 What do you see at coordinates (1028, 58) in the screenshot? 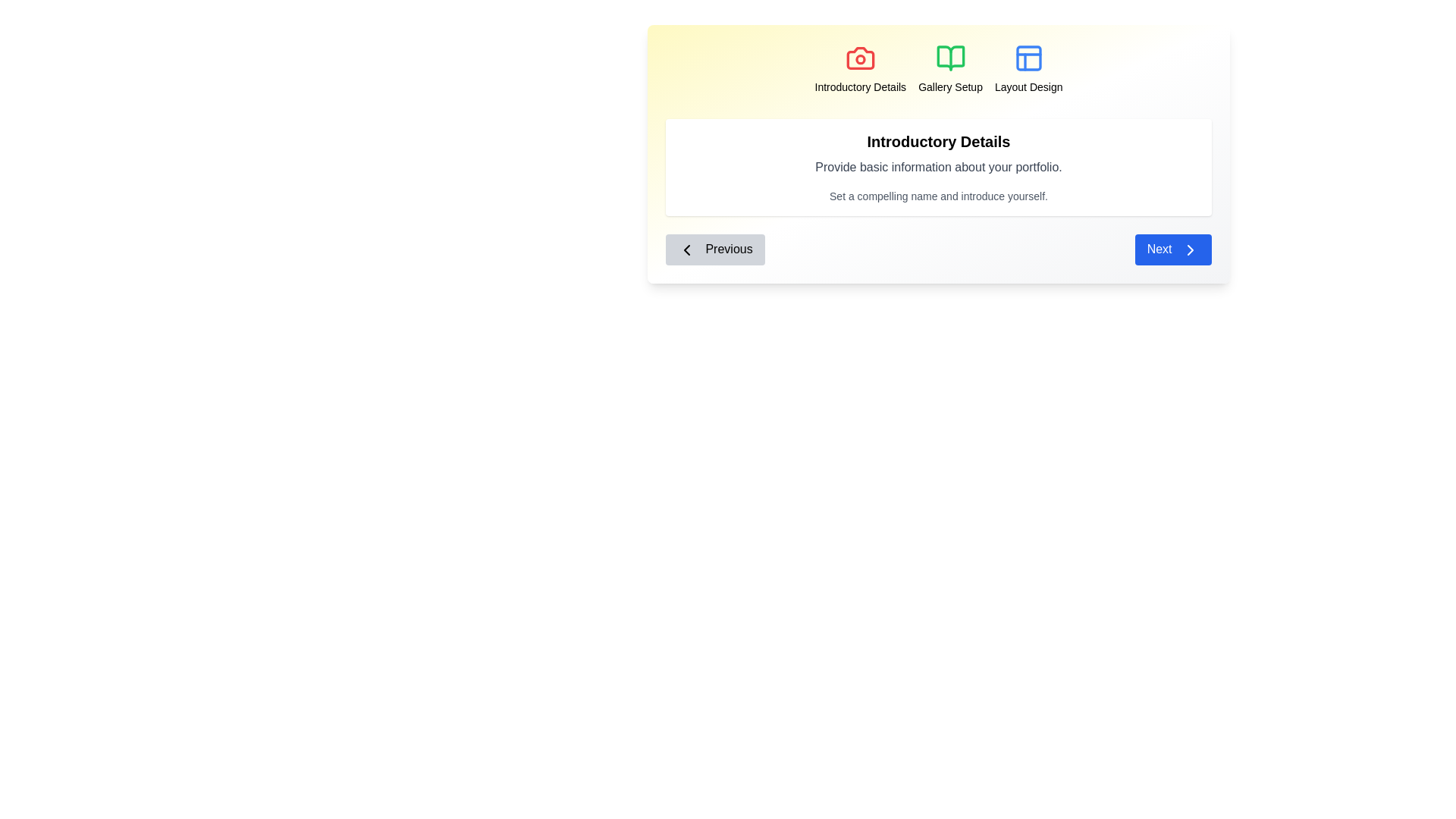
I see `the innermost rectangular section of the 'Layout Design' icon located in the top-right panel of the interface` at bounding box center [1028, 58].